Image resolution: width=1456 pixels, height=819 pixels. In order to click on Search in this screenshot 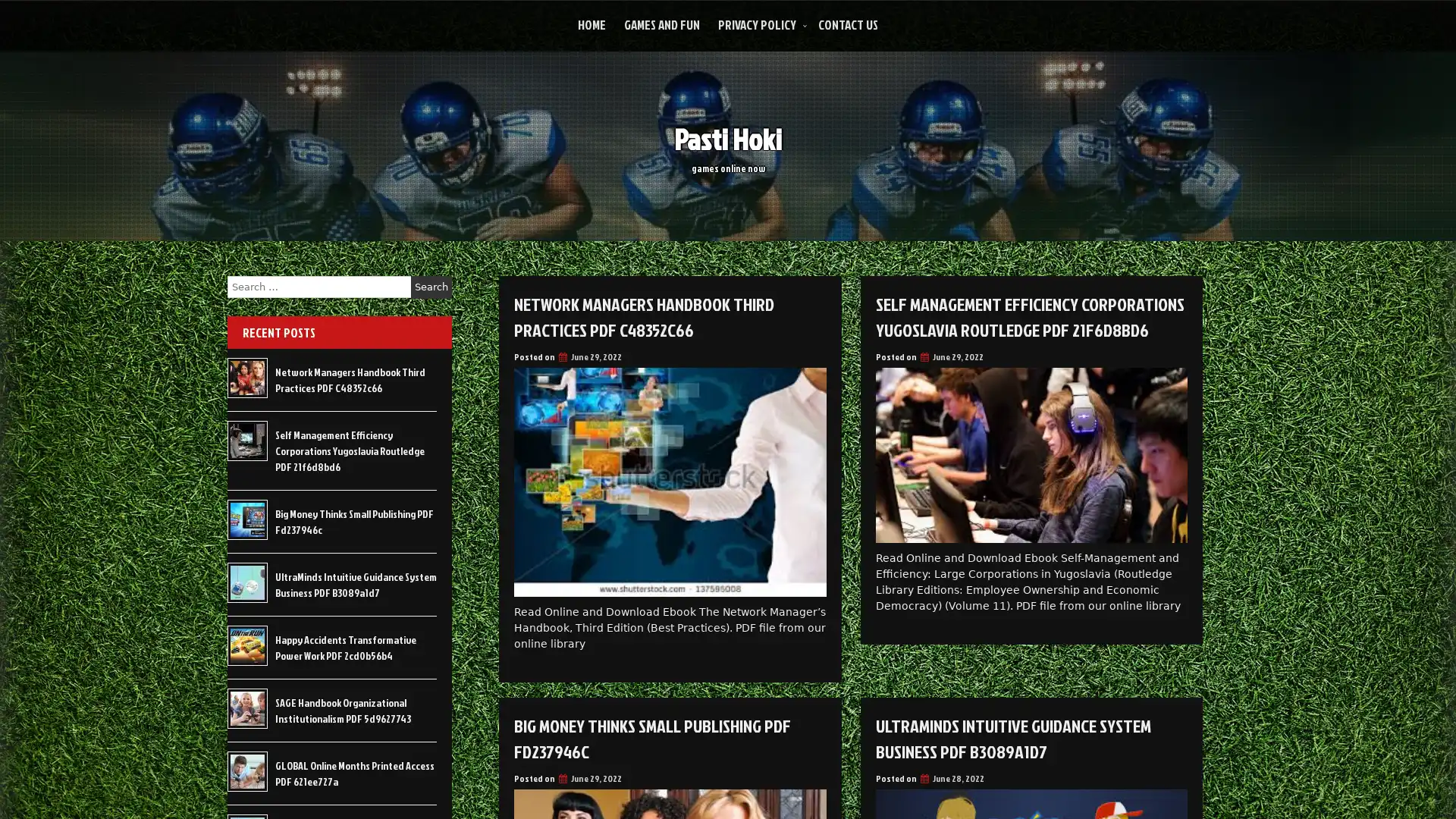, I will do `click(431, 287)`.